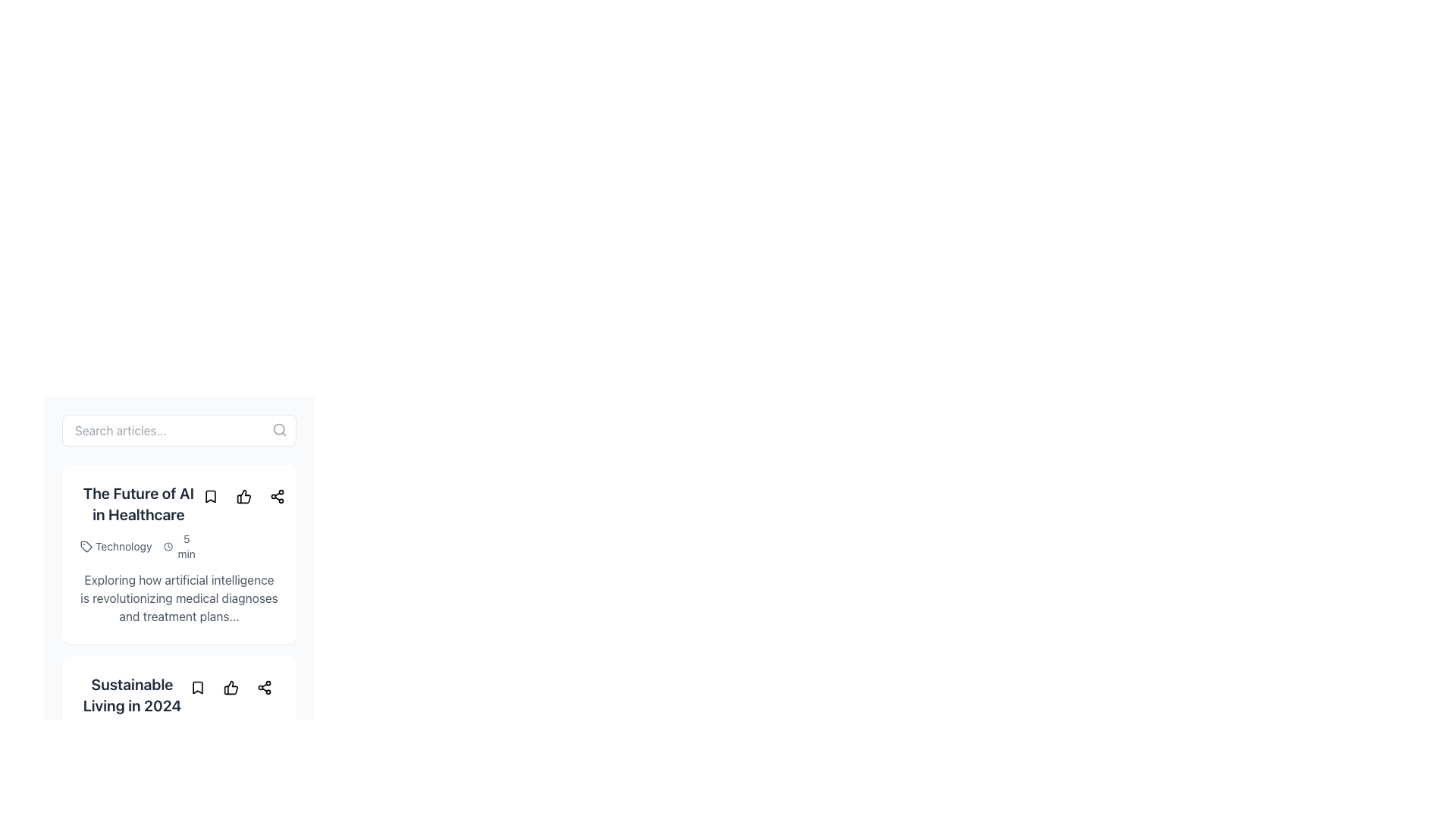 The height and width of the screenshot is (819, 1456). I want to click on the like icon on the interactive card titled 'The Future of AI in Healthcare' to express approval, so click(179, 549).